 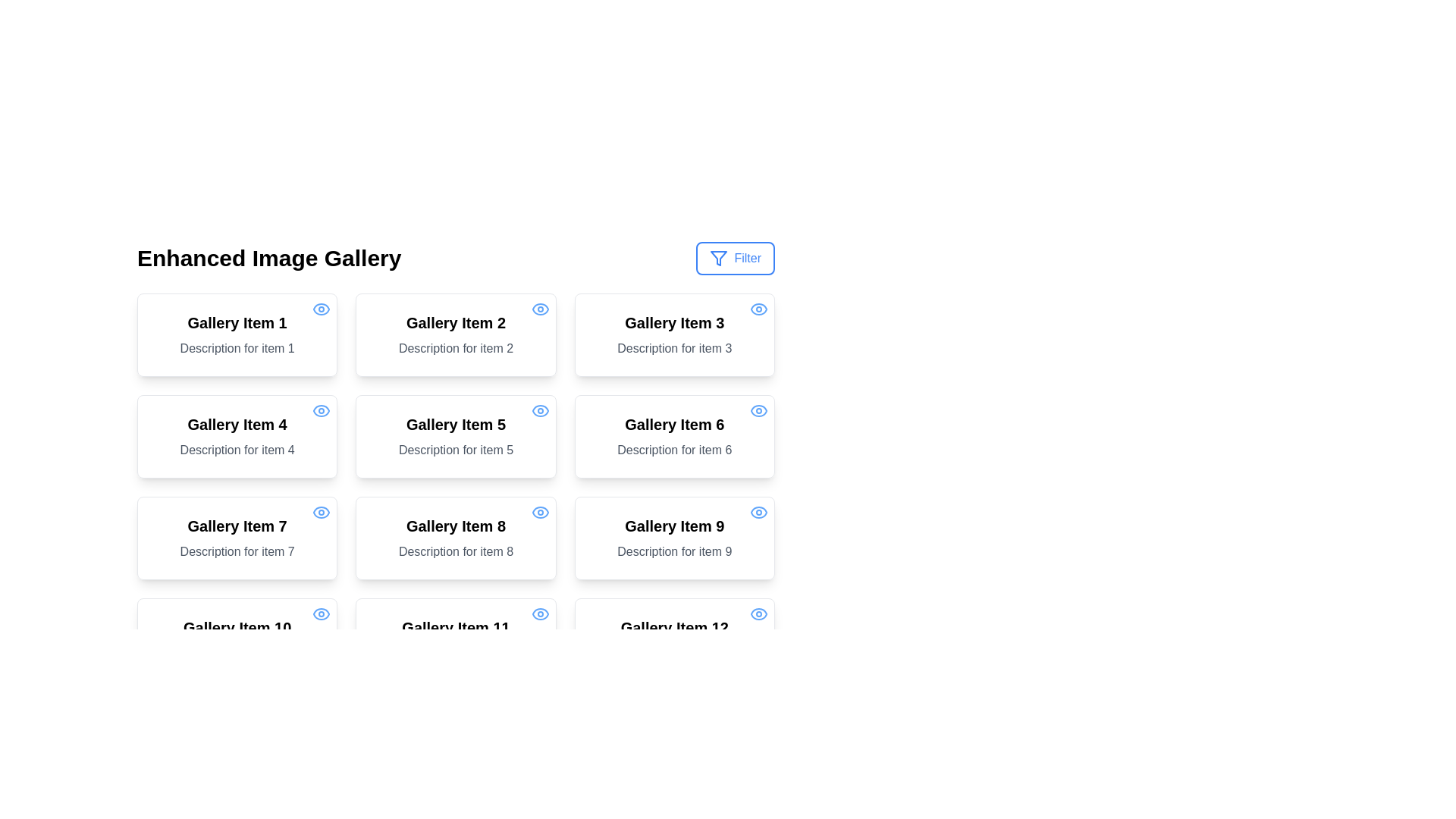 What do you see at coordinates (673, 628) in the screenshot?
I see `the text label at the top of the card labeled 'Gallery Item 12', which indicates its content or purpose to the user` at bounding box center [673, 628].